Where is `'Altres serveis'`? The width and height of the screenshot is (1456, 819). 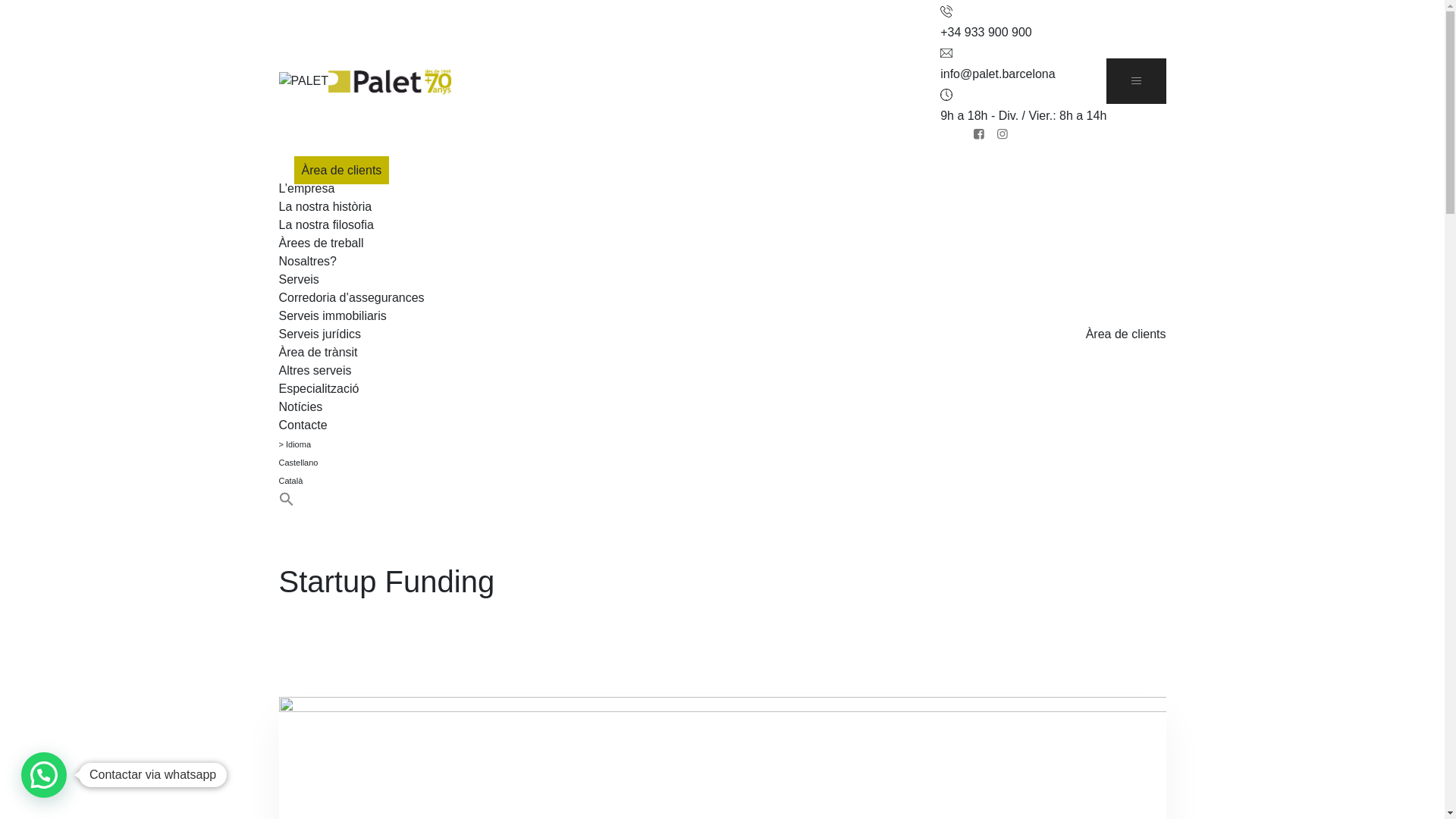 'Altres serveis' is located at coordinates (315, 370).